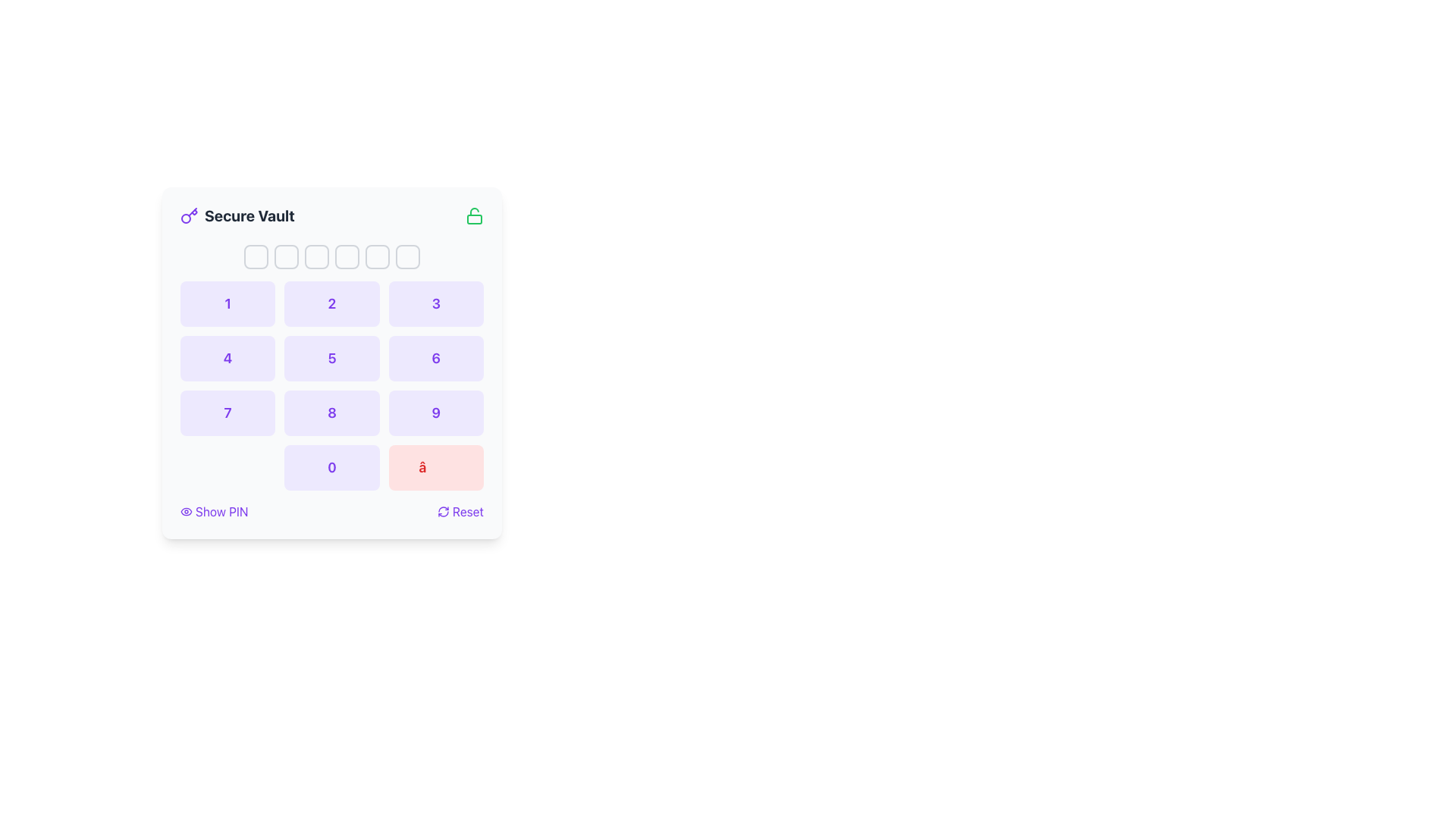 This screenshot has width=1456, height=819. I want to click on the status indicator icon representing the 'Secure Vault' being unlocked, located at the right end of the row with the 'Secure Vault' text, so click(473, 216).